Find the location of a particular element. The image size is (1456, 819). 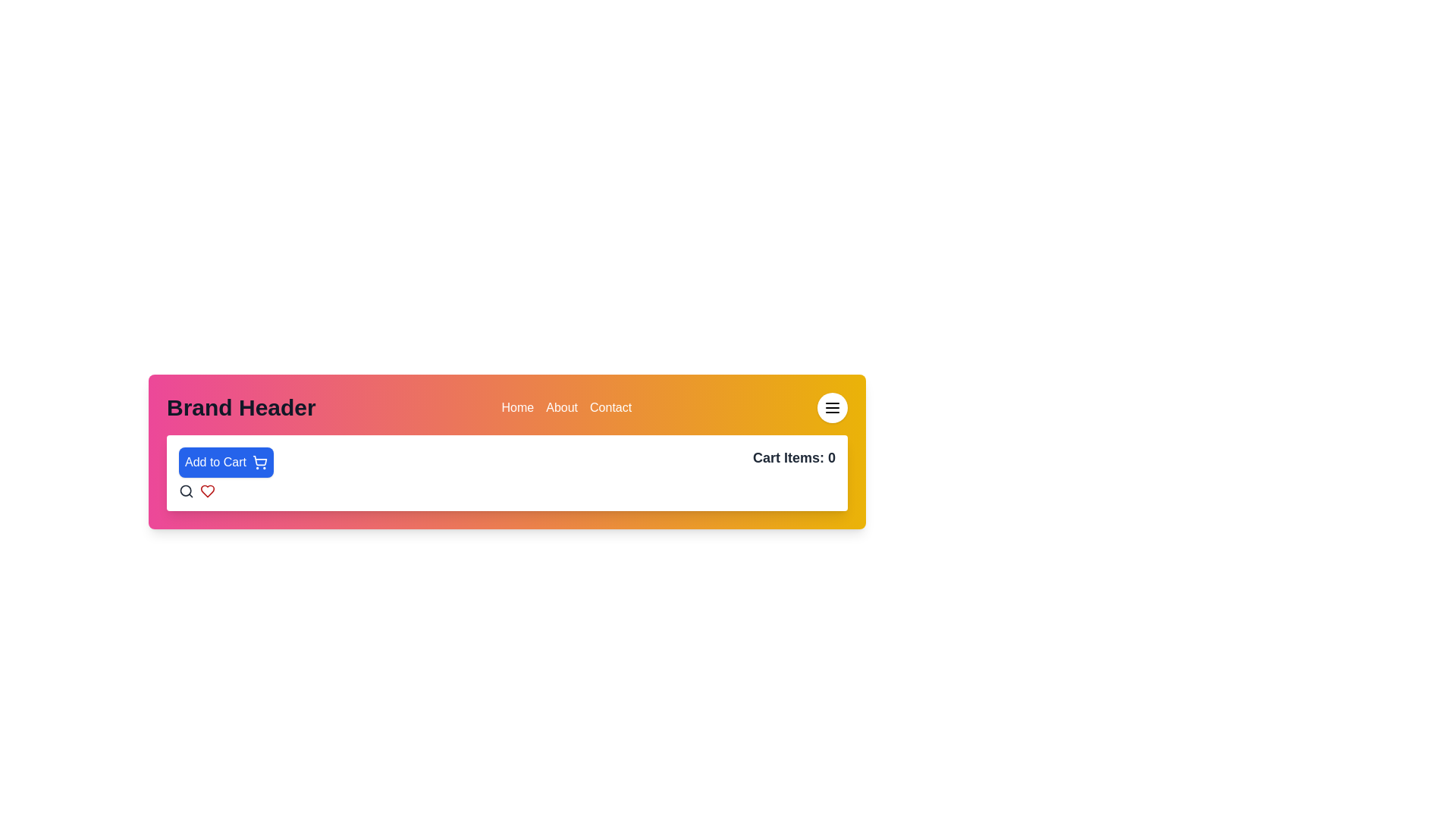

the 'About' section text-based navigation menu item, which is the second item in a horizontally aligned menu bar located at the top-right of the header area is located at coordinates (561, 406).